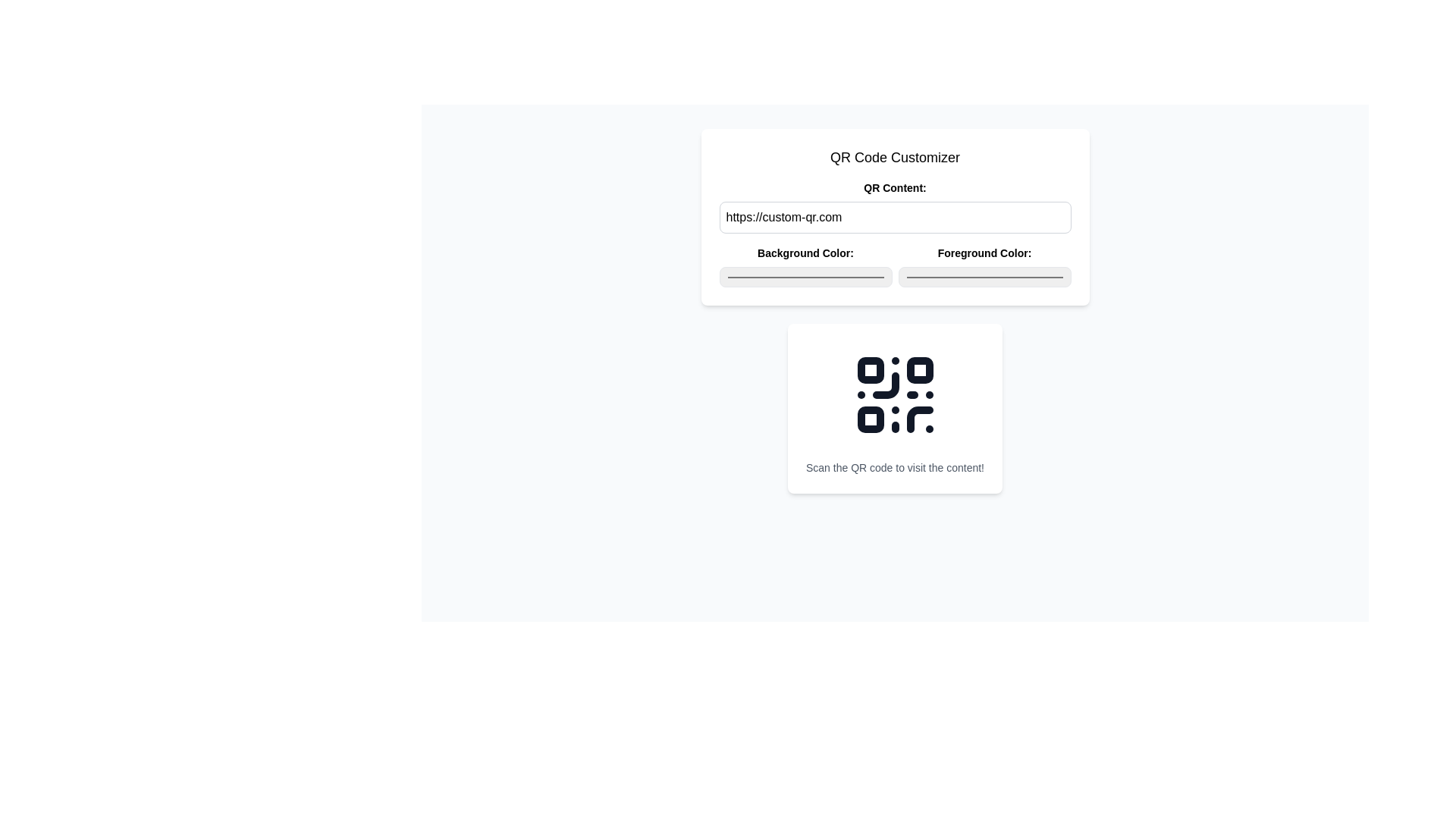  Describe the element at coordinates (895, 234) in the screenshot. I see `a background color from the color picker in the QR Code Customizer component, which is located centrally between the title text and the QR code preview area` at that location.